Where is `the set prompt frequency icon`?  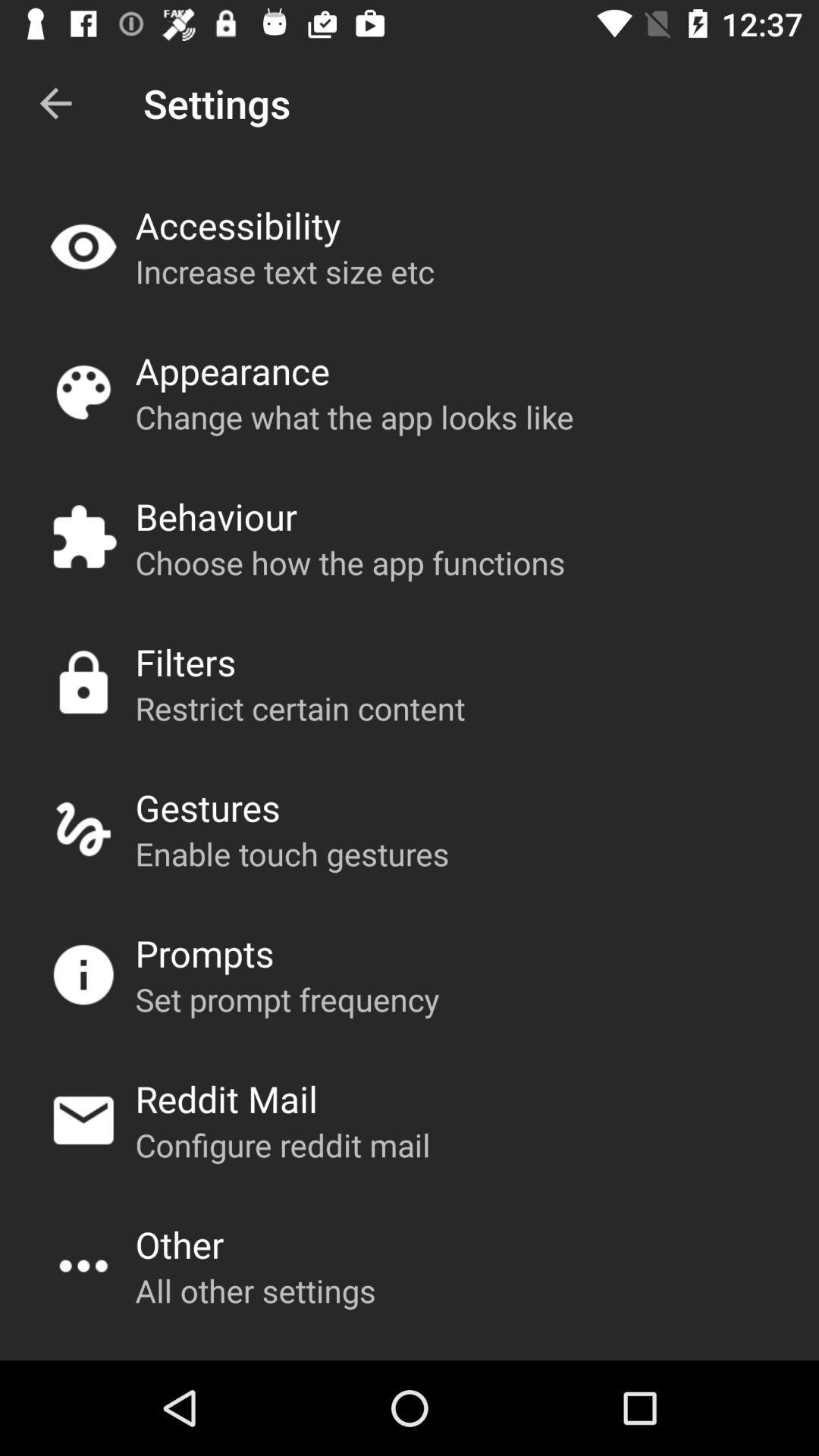
the set prompt frequency icon is located at coordinates (287, 999).